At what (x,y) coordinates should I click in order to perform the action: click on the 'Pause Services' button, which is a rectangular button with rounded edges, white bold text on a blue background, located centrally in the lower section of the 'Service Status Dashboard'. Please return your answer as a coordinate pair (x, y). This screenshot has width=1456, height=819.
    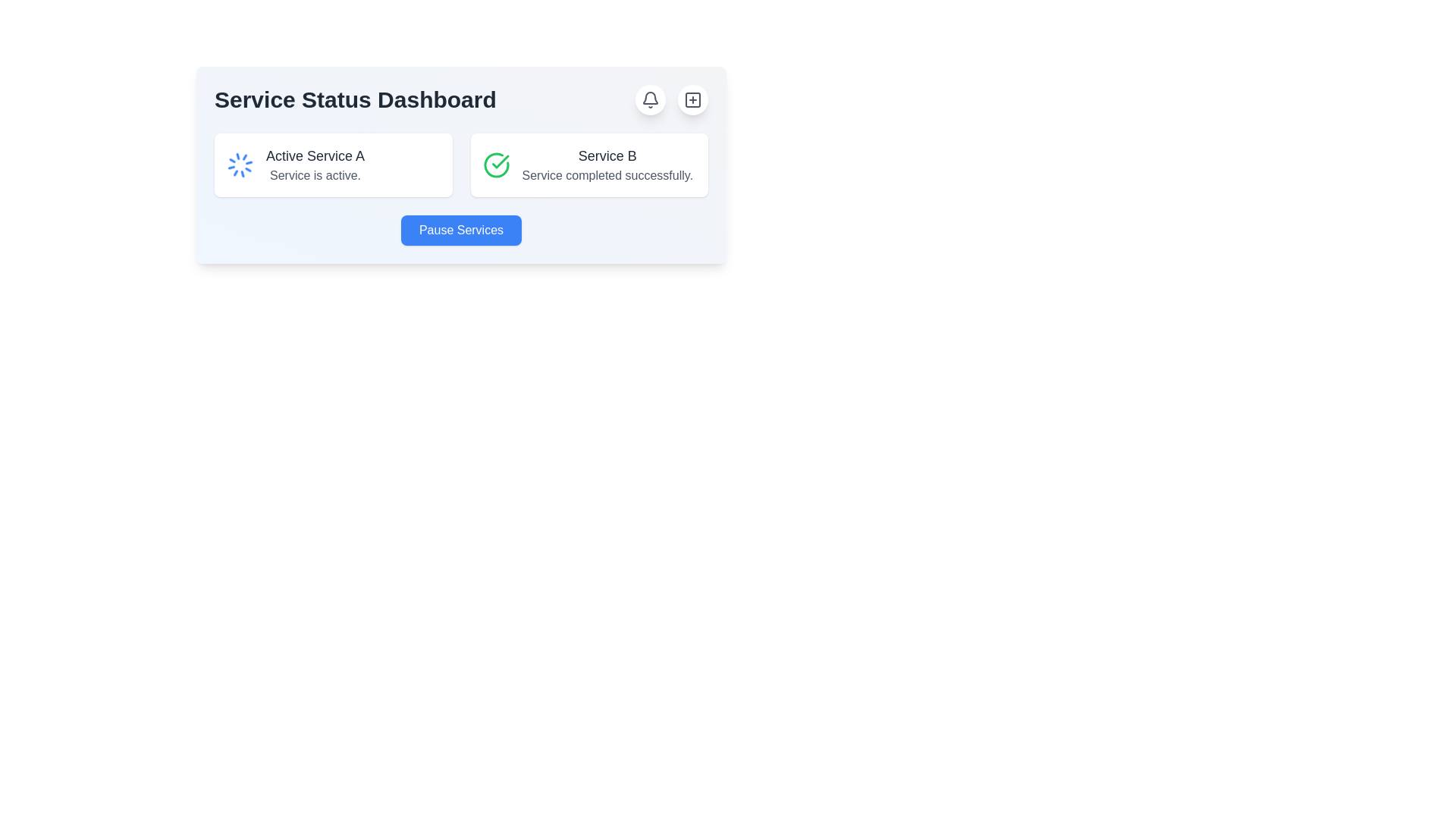
    Looking at the image, I should click on (460, 231).